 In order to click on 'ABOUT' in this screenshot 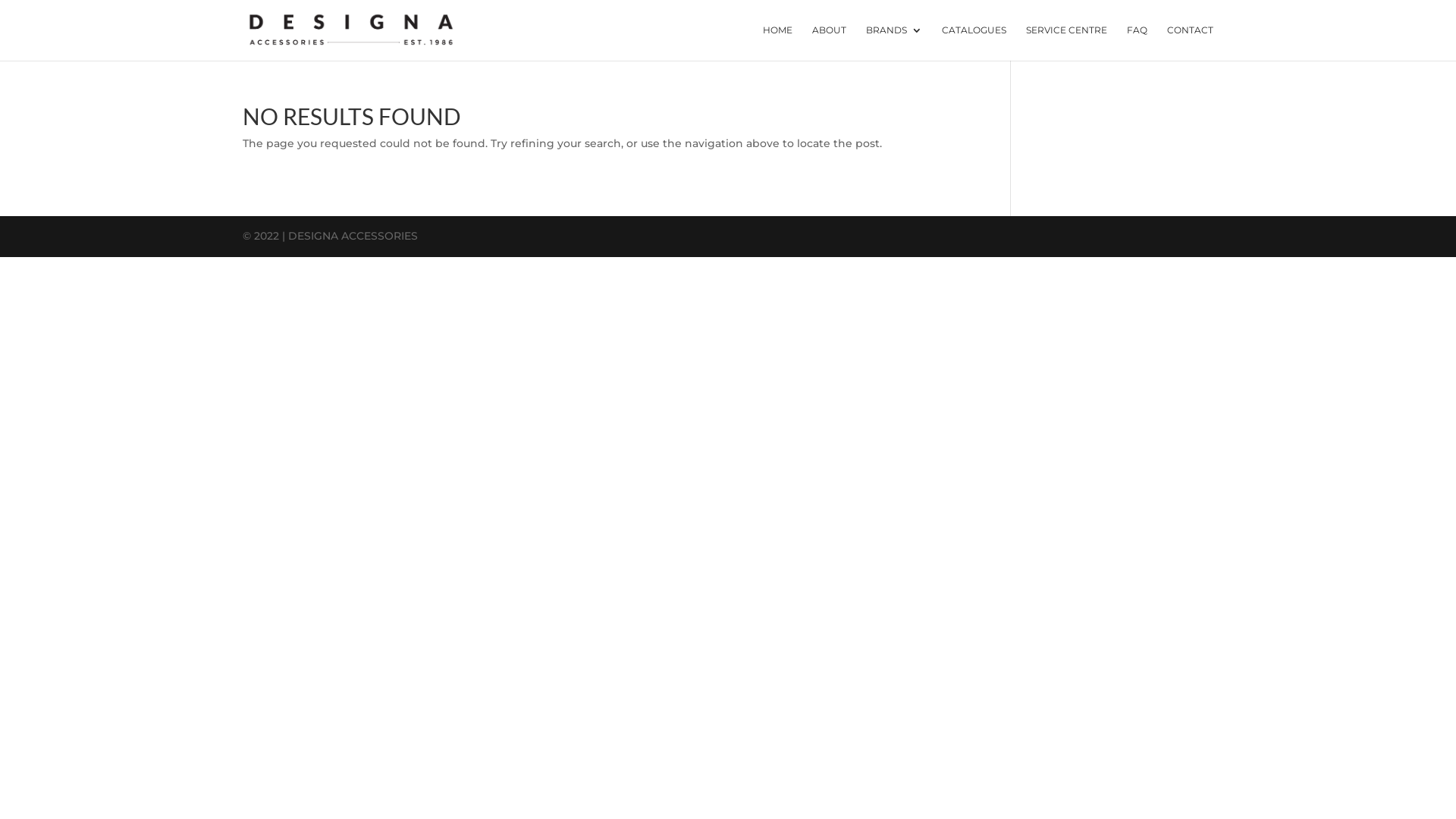, I will do `click(828, 42)`.